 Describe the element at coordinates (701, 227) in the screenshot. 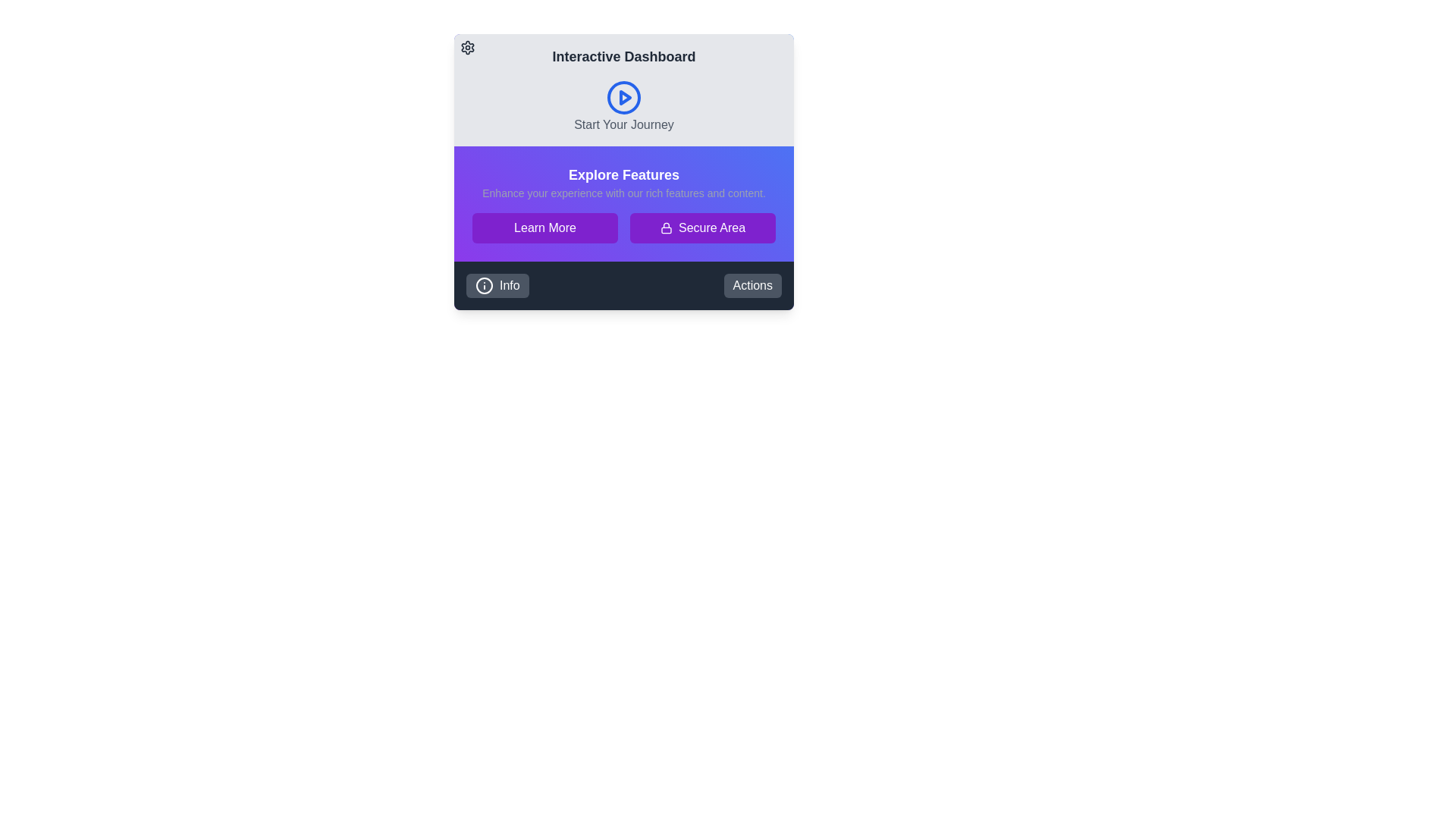

I see `the button located in the second column beneath the 'Explore Features' heading to observe its hover effects` at that location.